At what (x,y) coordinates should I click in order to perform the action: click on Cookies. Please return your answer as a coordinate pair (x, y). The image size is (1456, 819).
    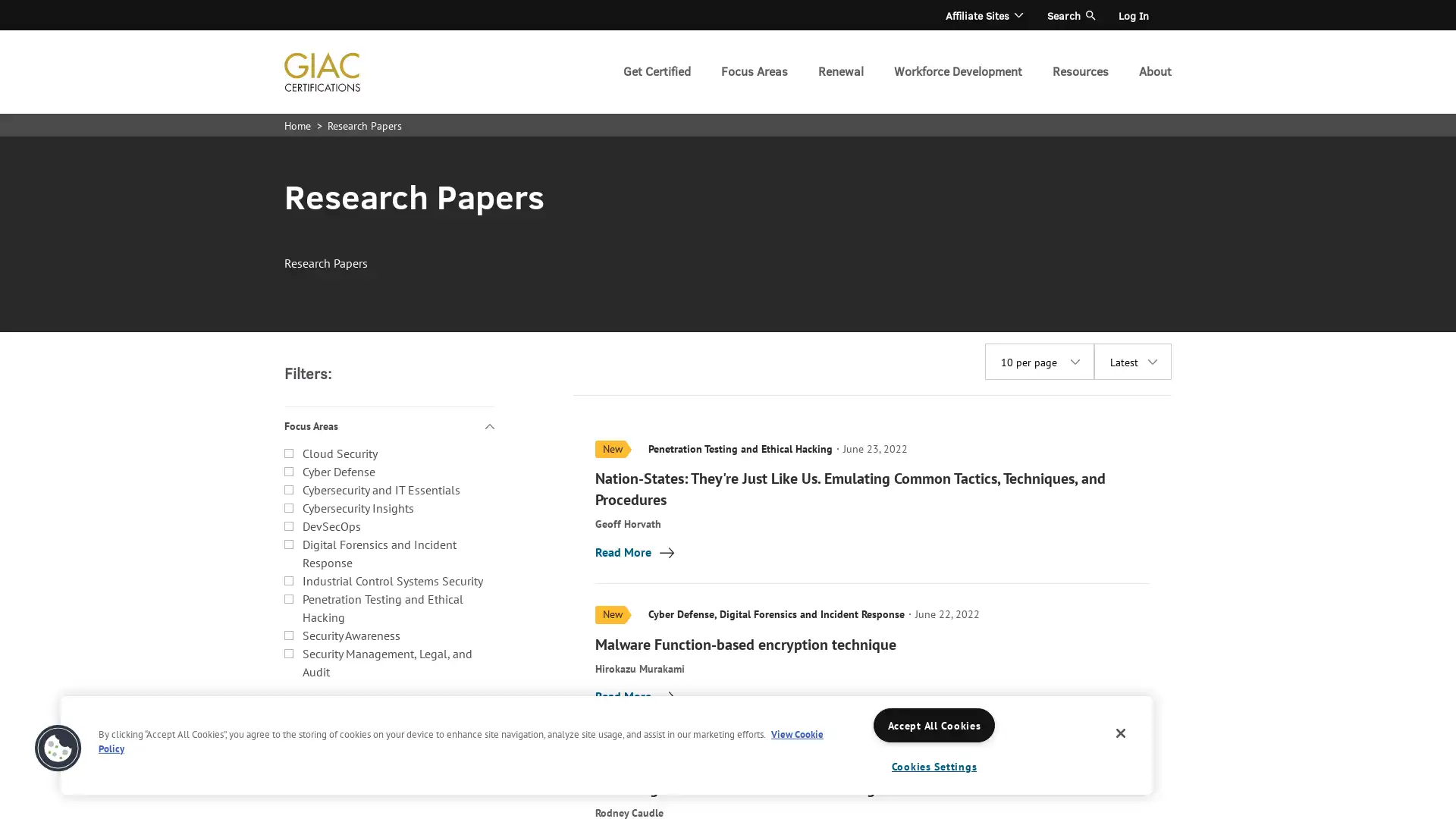
    Looking at the image, I should click on (58, 748).